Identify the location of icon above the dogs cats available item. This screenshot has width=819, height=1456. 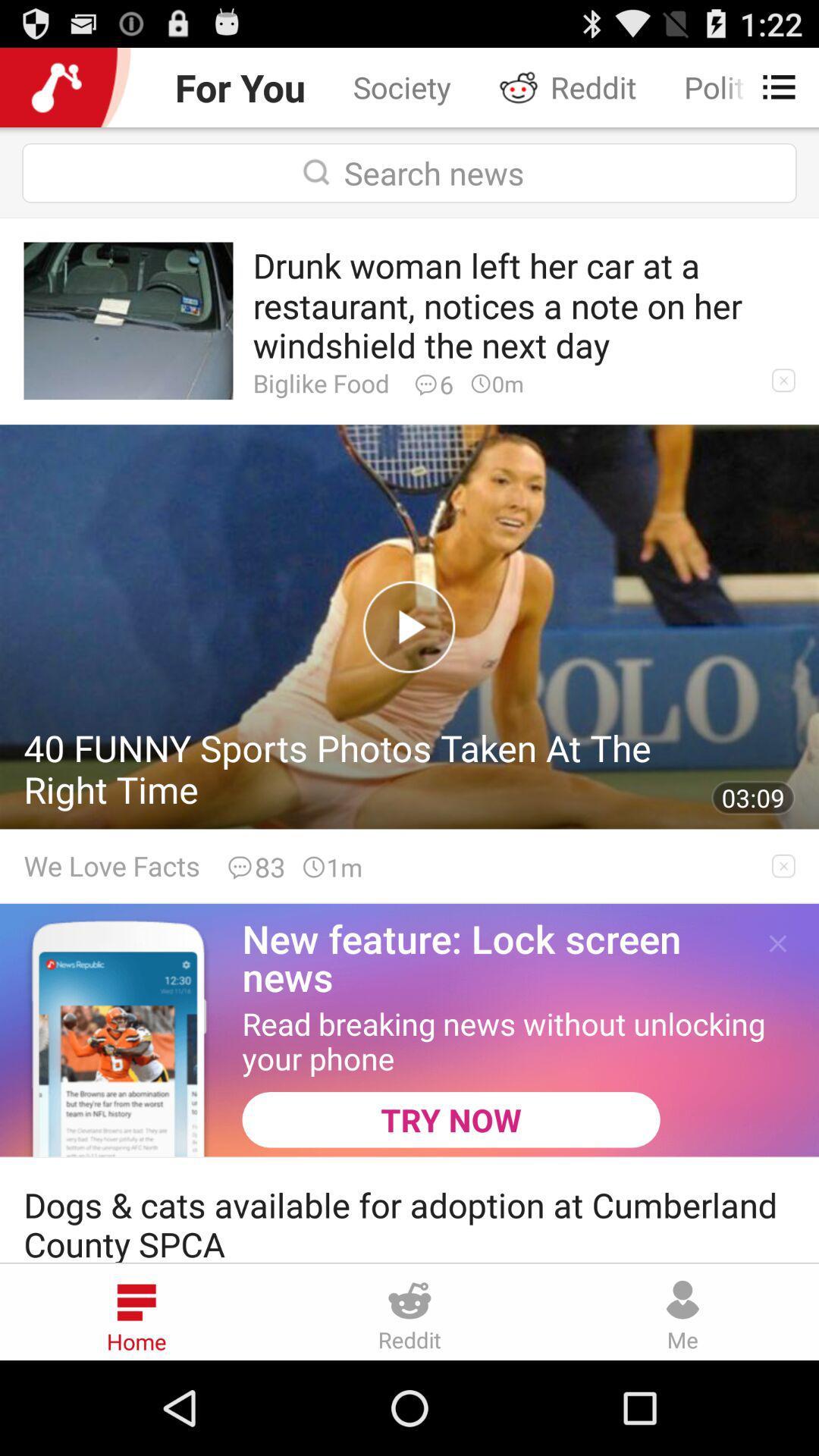
(450, 1119).